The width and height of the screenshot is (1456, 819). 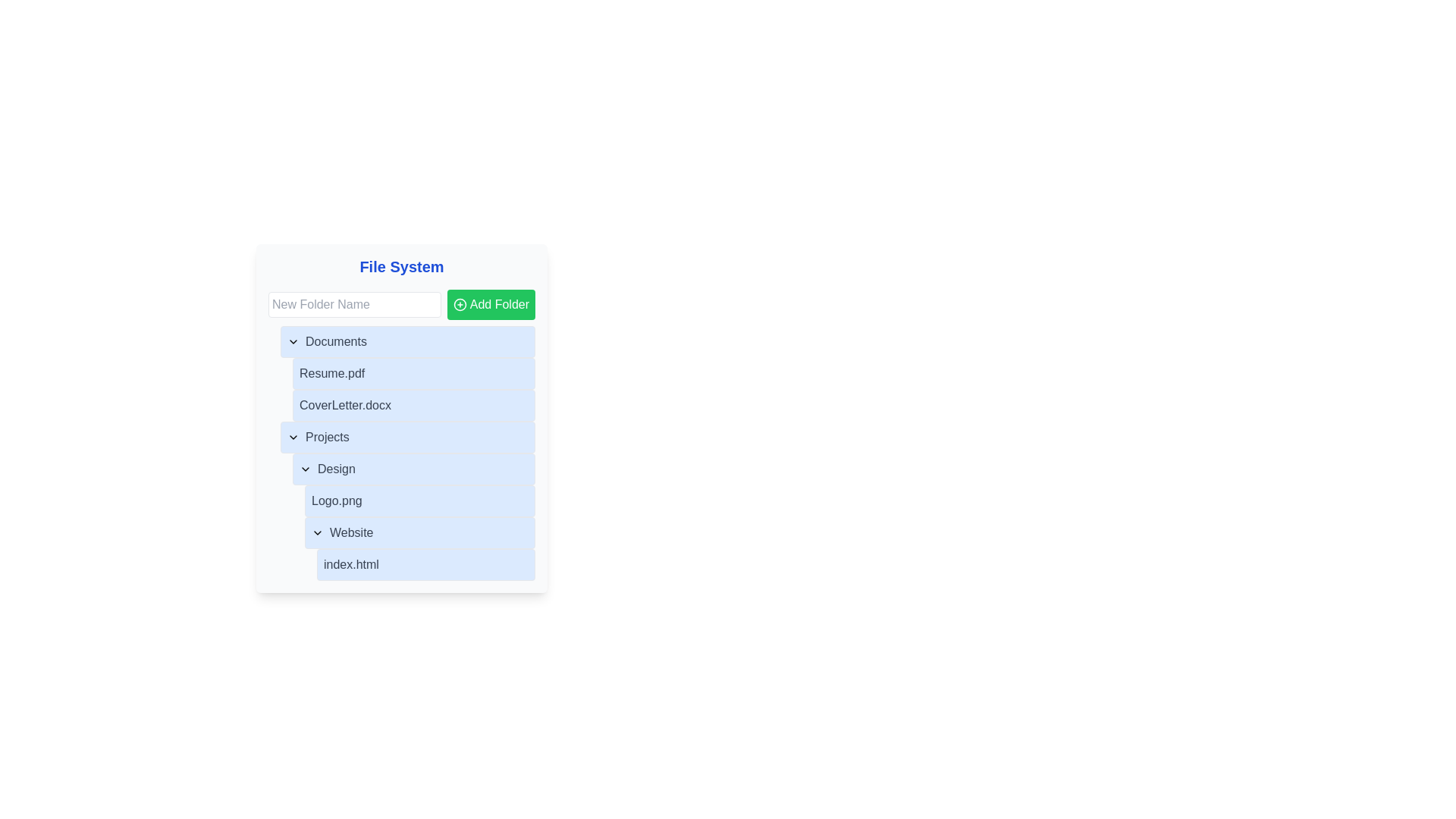 What do you see at coordinates (335, 468) in the screenshot?
I see `to select the 'Design' folder within the collapsible list under the 'Projects' section` at bounding box center [335, 468].